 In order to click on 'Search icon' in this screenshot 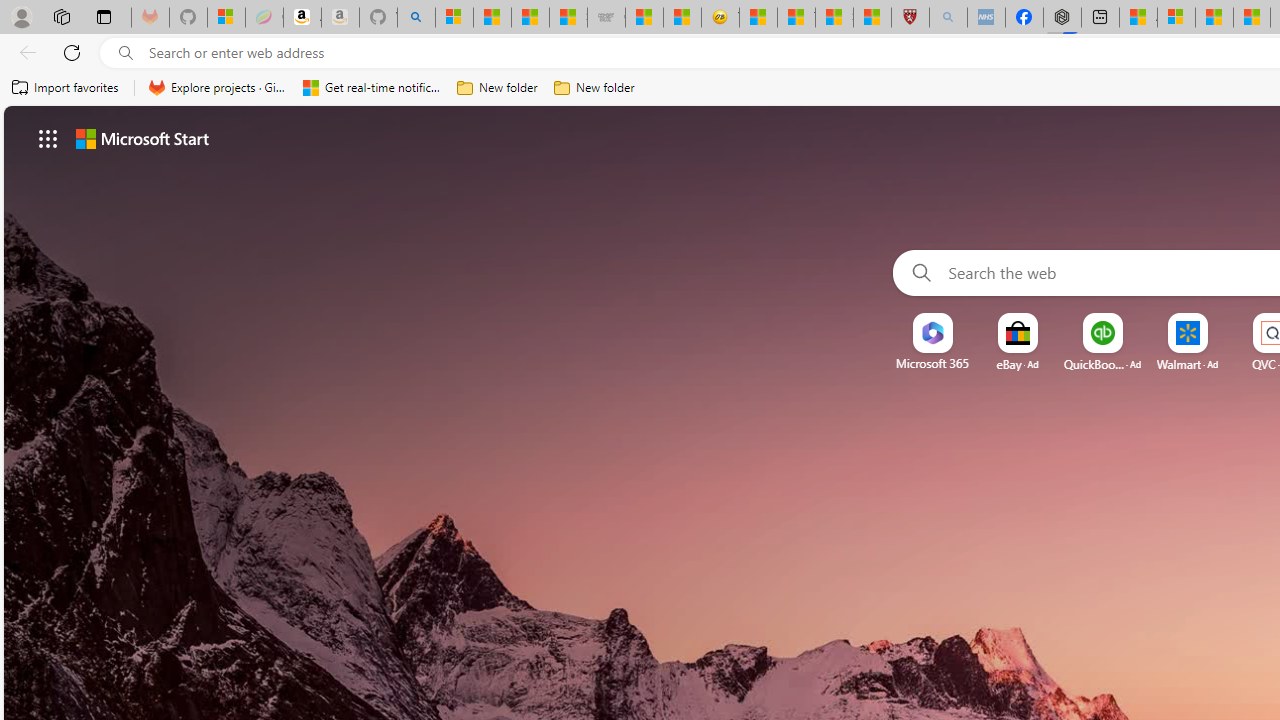, I will do `click(125, 52)`.